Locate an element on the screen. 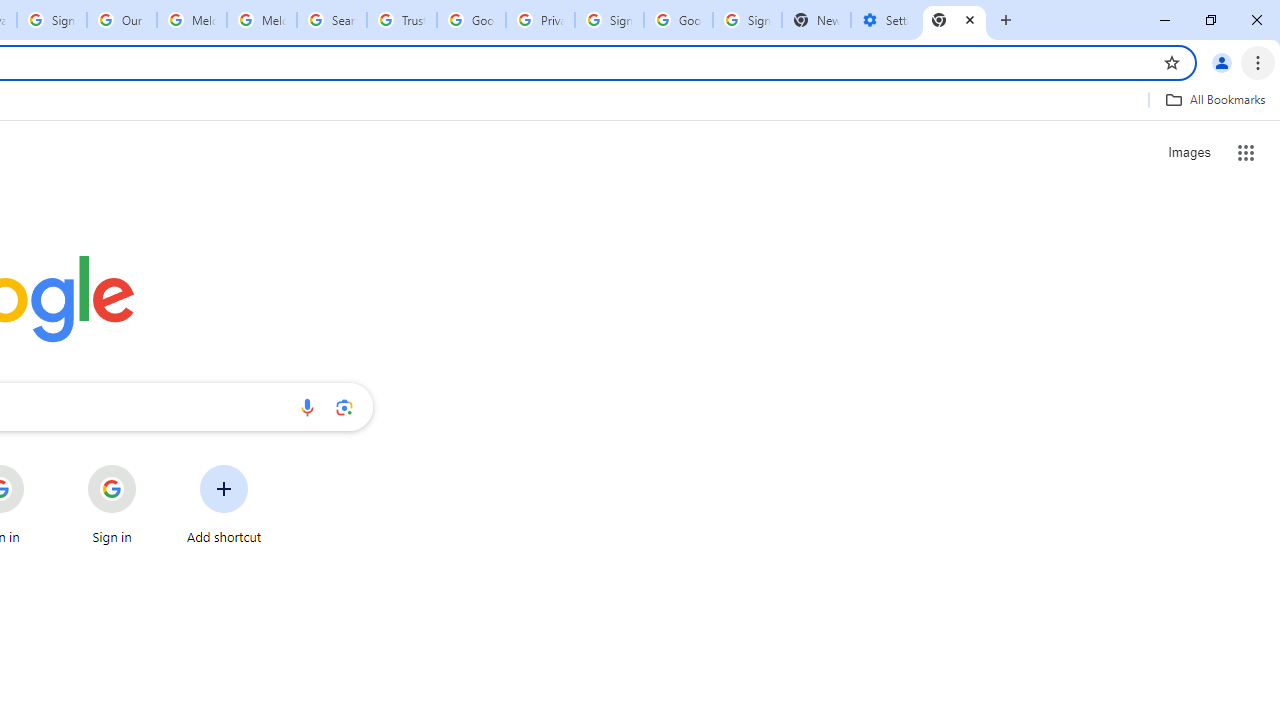  'Settings - Addresses and more' is located at coordinates (884, 20).